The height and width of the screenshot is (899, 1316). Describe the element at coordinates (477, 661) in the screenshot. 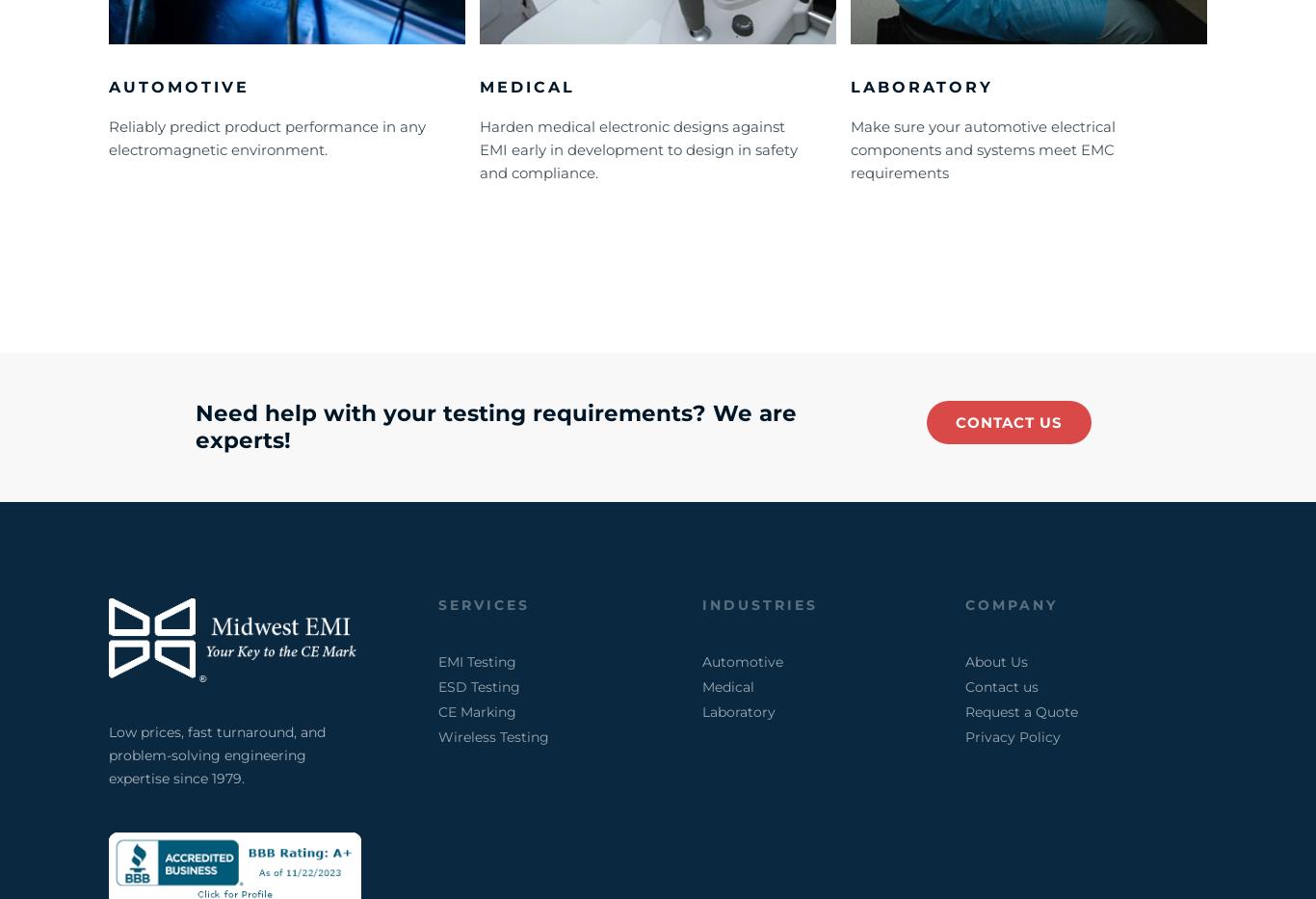

I see `'EMI Testing'` at that location.